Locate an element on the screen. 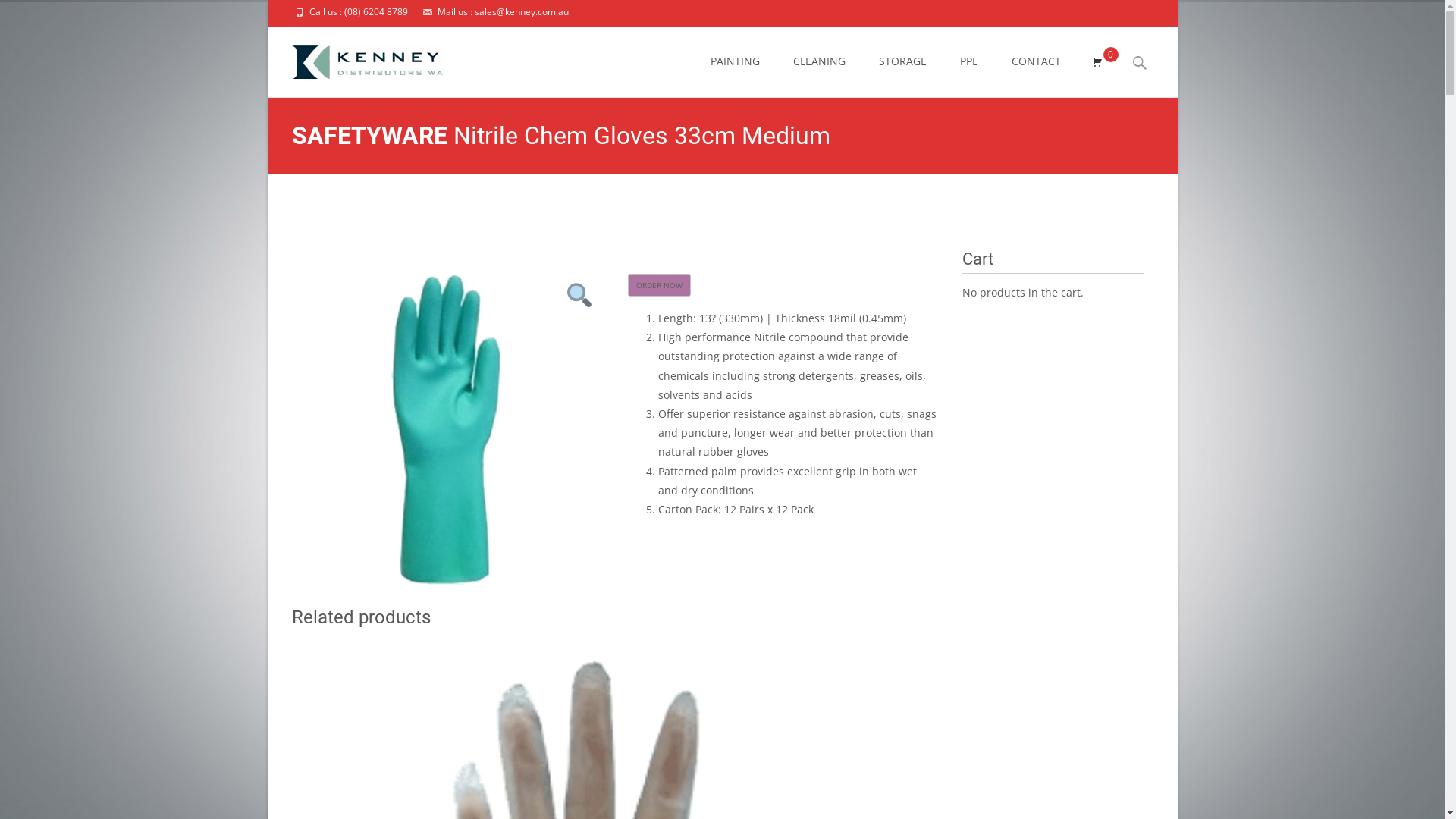 The height and width of the screenshot is (819, 1456). 'Products' is located at coordinates (786, 211).